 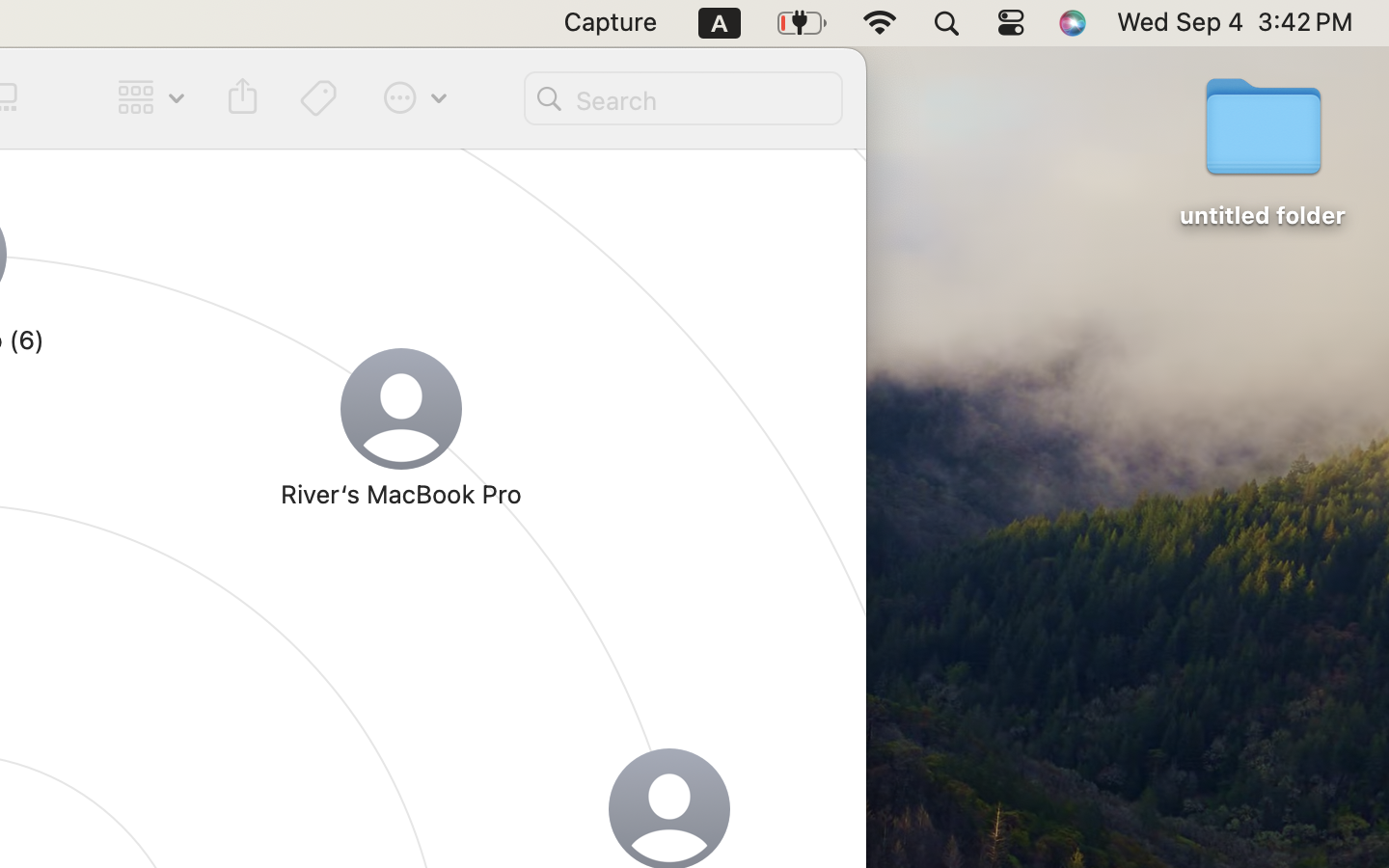 I want to click on 'River‘s MacBook Pro', so click(x=400, y=493).